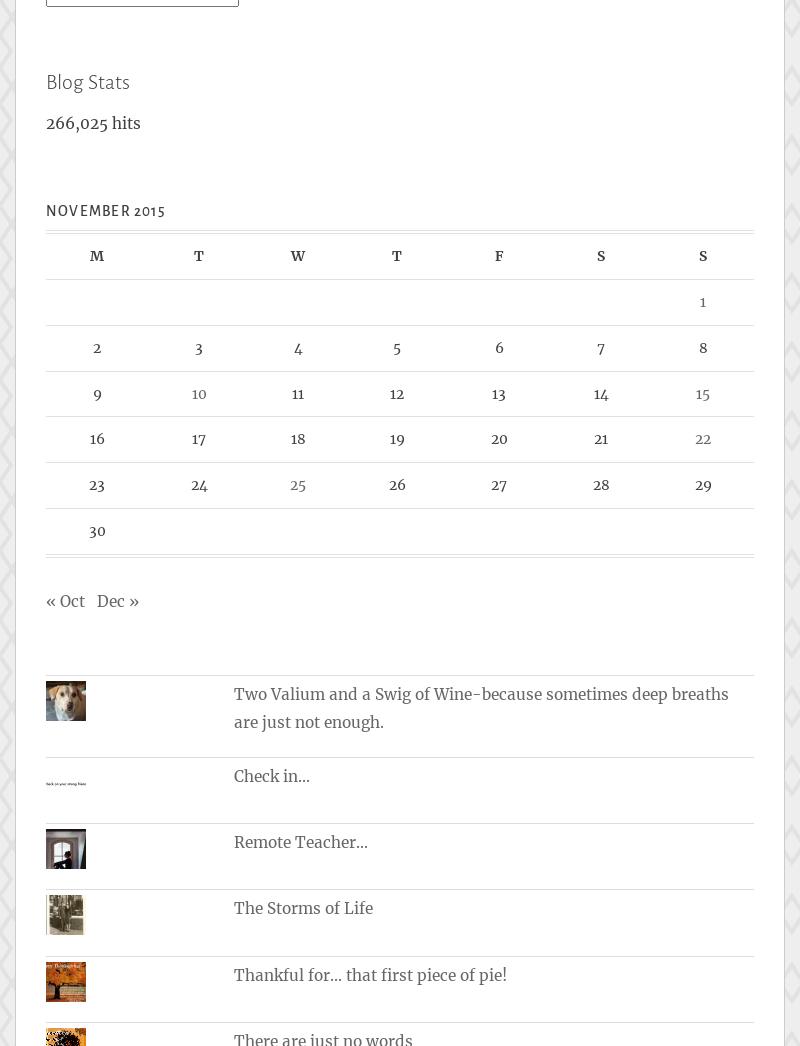  Describe the element at coordinates (117, 600) in the screenshot. I see `'Dec »'` at that location.